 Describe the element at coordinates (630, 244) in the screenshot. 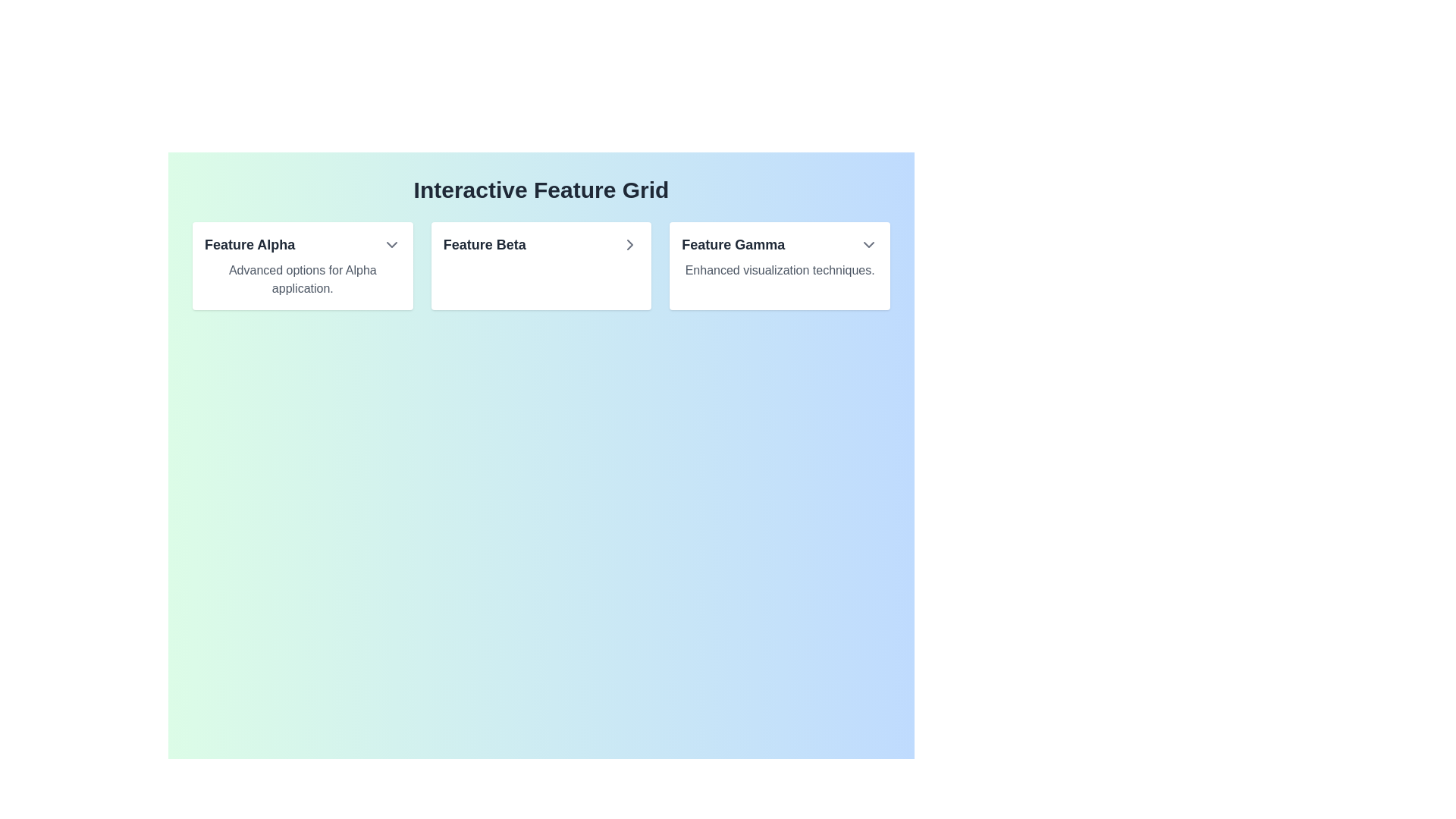

I see `the right-facing chevron icon next to the text 'Feature Beta'` at that location.